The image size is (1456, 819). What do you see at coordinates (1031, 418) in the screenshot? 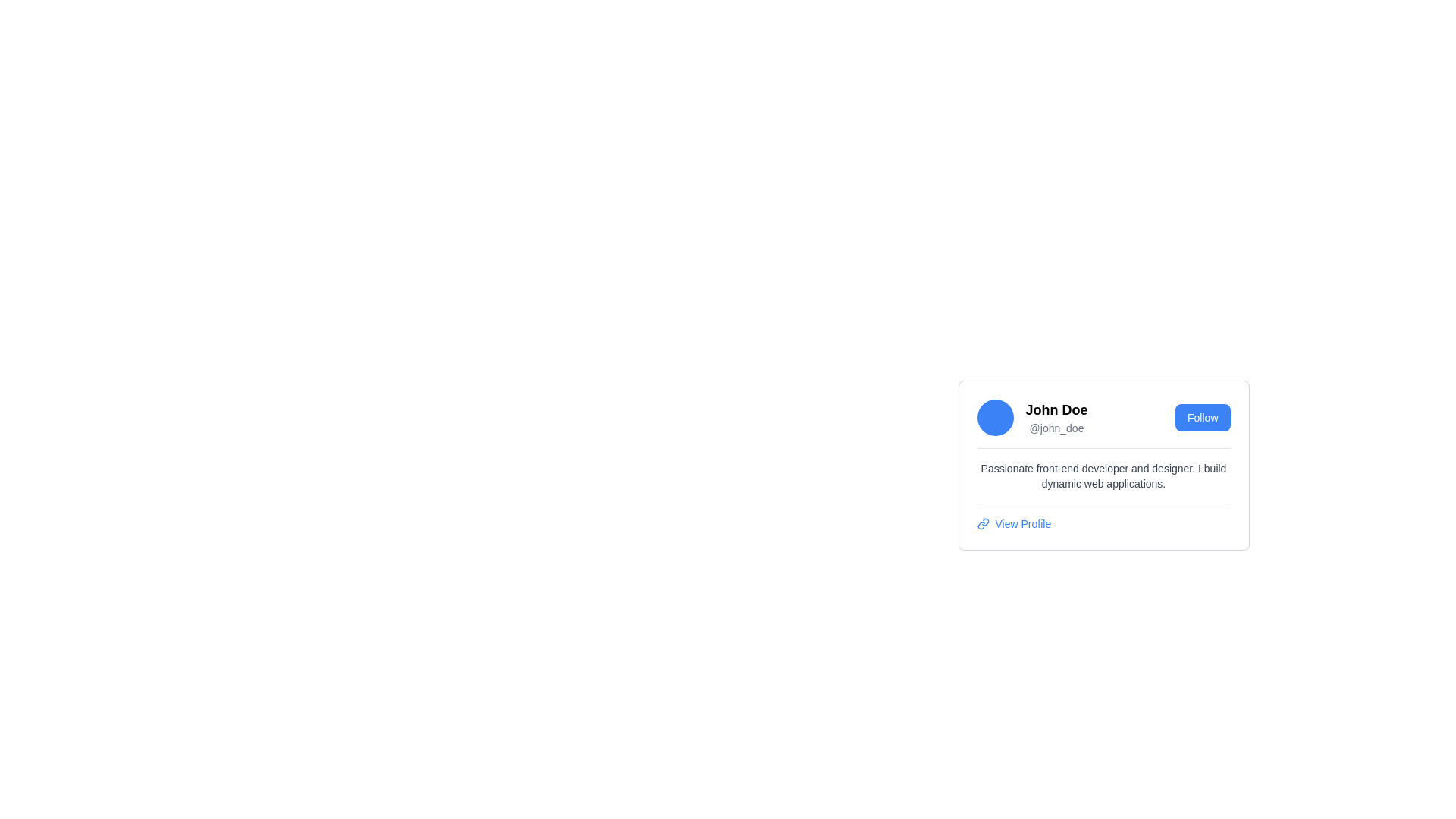
I see `the User Identification Component which includes a circular blue profile avatar, the name 'John Doe' in bold, and the username '@john_doe' below it` at bounding box center [1031, 418].